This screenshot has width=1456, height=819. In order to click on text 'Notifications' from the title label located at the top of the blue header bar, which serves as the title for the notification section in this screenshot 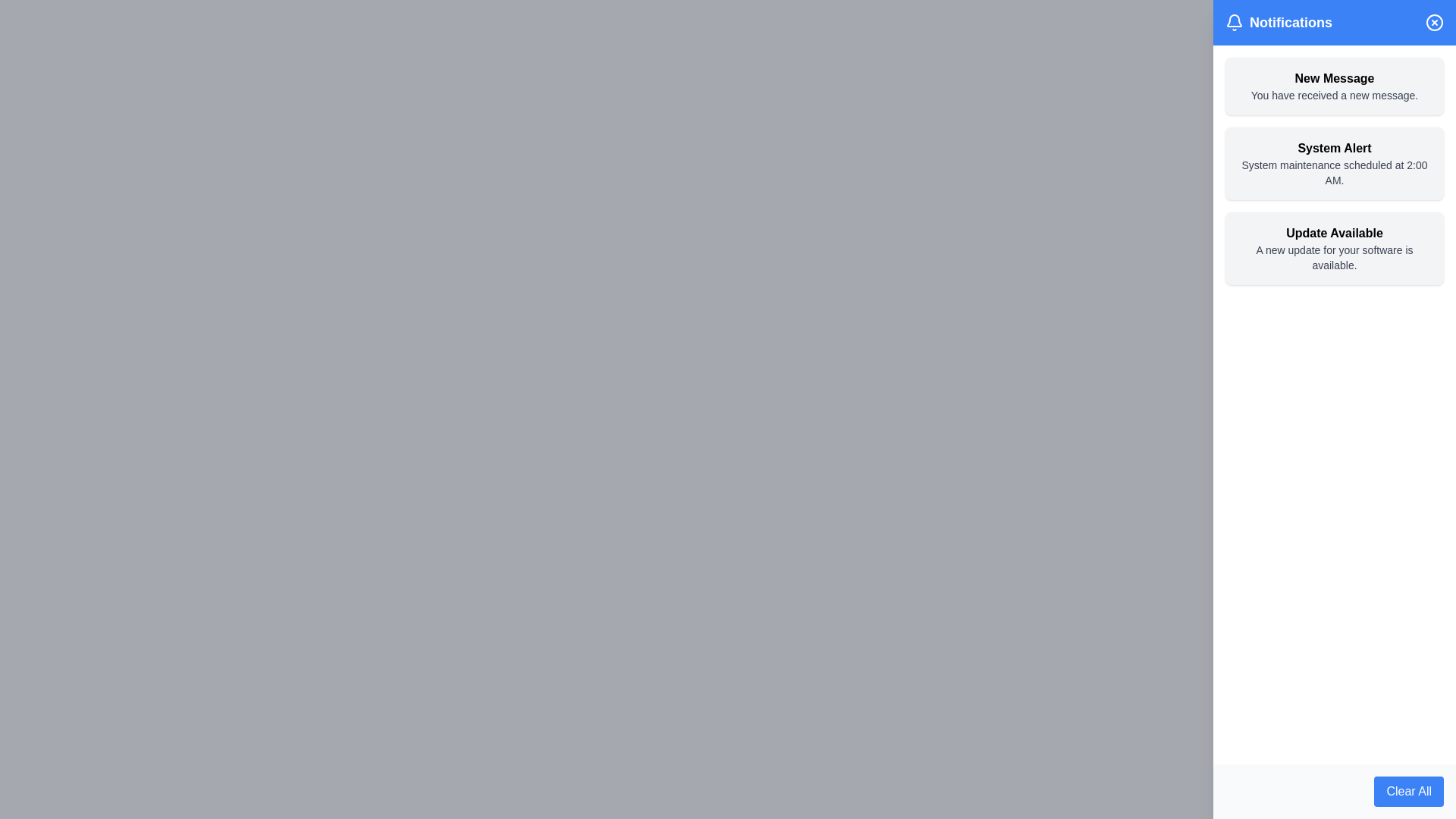, I will do `click(1278, 23)`.